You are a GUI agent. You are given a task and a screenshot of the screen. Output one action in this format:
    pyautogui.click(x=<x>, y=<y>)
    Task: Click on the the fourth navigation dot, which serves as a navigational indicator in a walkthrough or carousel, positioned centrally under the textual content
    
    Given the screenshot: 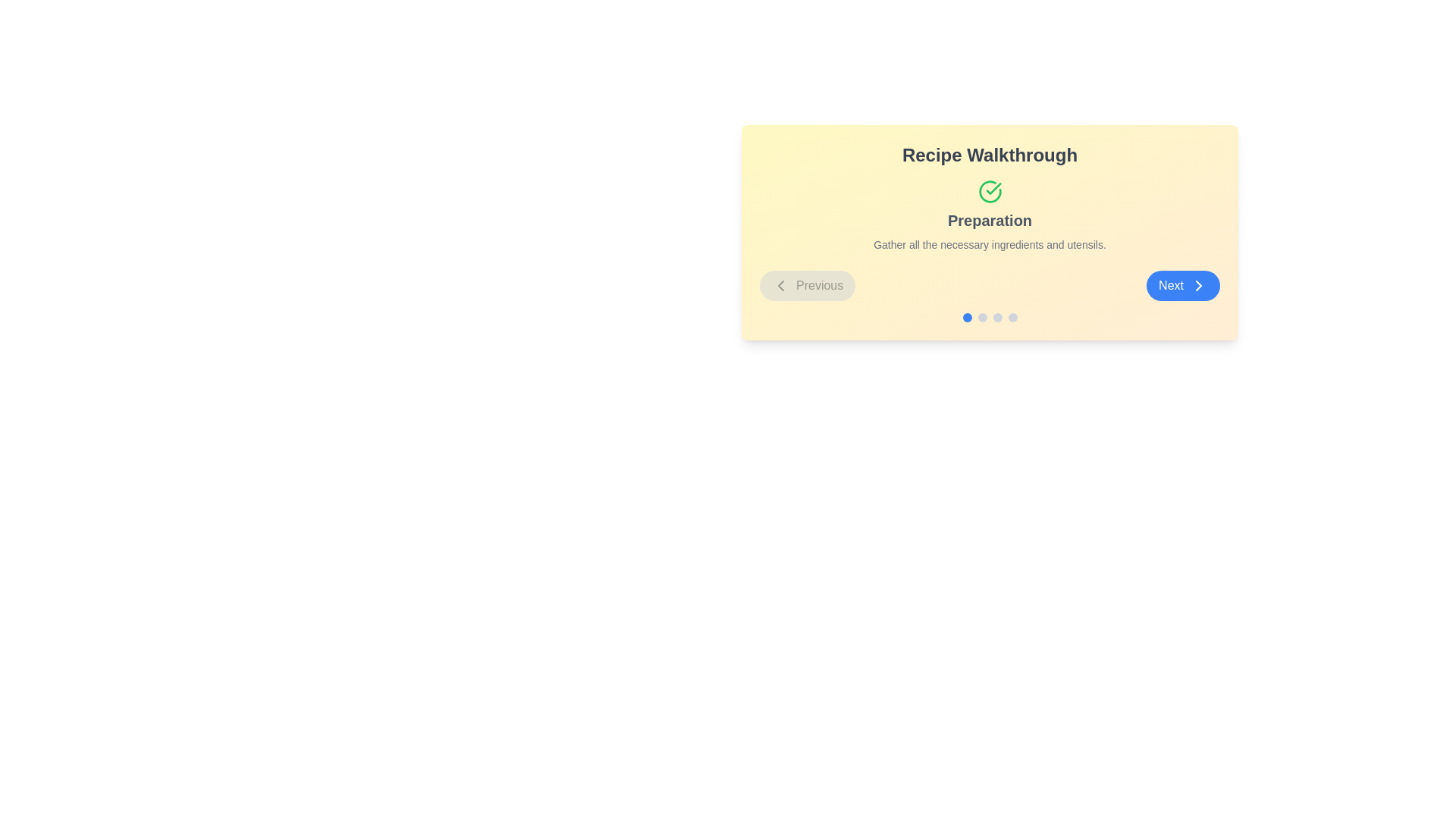 What is the action you would take?
    pyautogui.click(x=1012, y=317)
    